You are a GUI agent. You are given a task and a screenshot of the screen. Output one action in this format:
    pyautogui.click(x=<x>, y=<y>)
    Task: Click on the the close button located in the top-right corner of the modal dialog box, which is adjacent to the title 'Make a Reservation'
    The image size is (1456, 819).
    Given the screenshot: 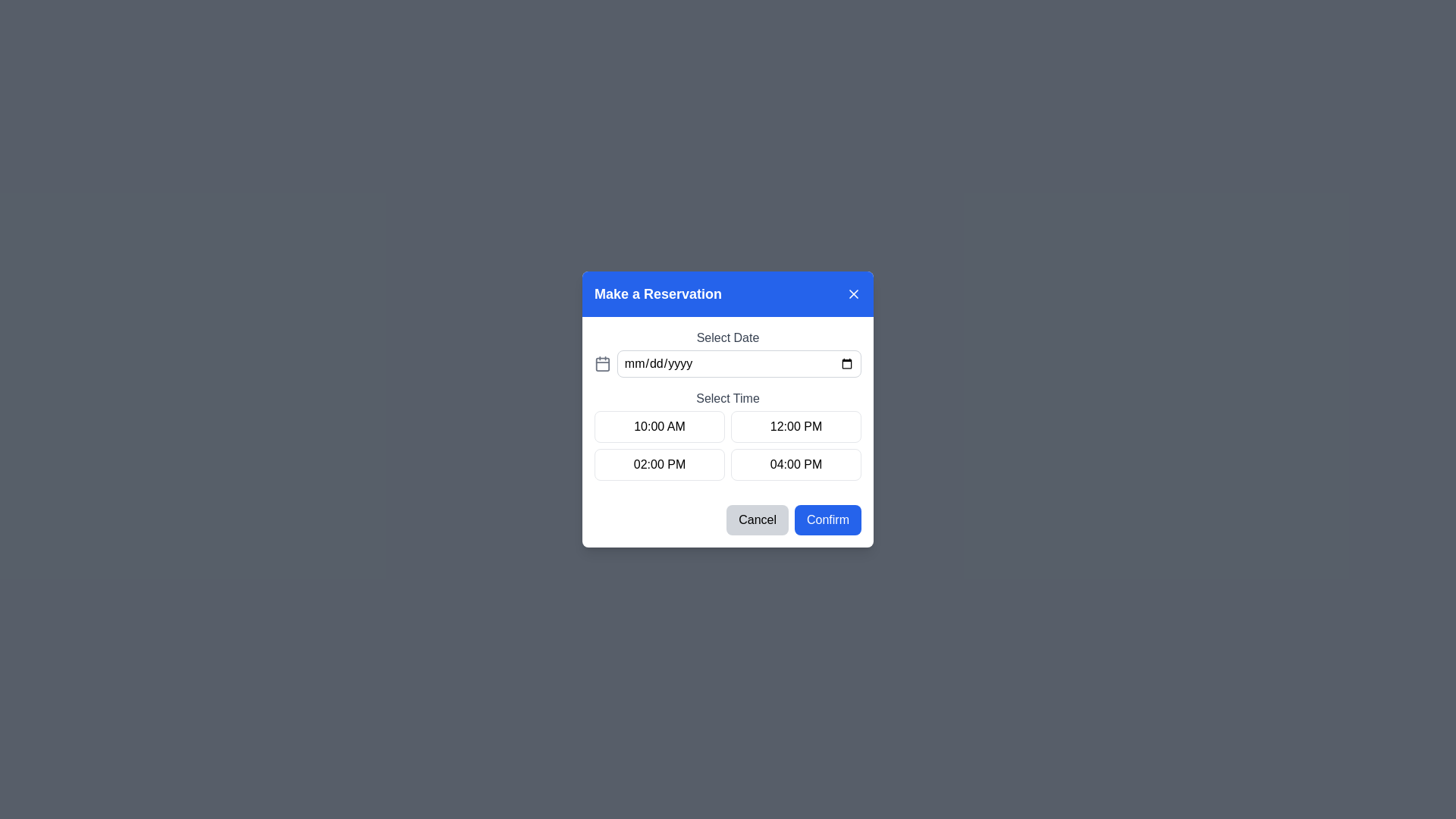 What is the action you would take?
    pyautogui.click(x=854, y=294)
    